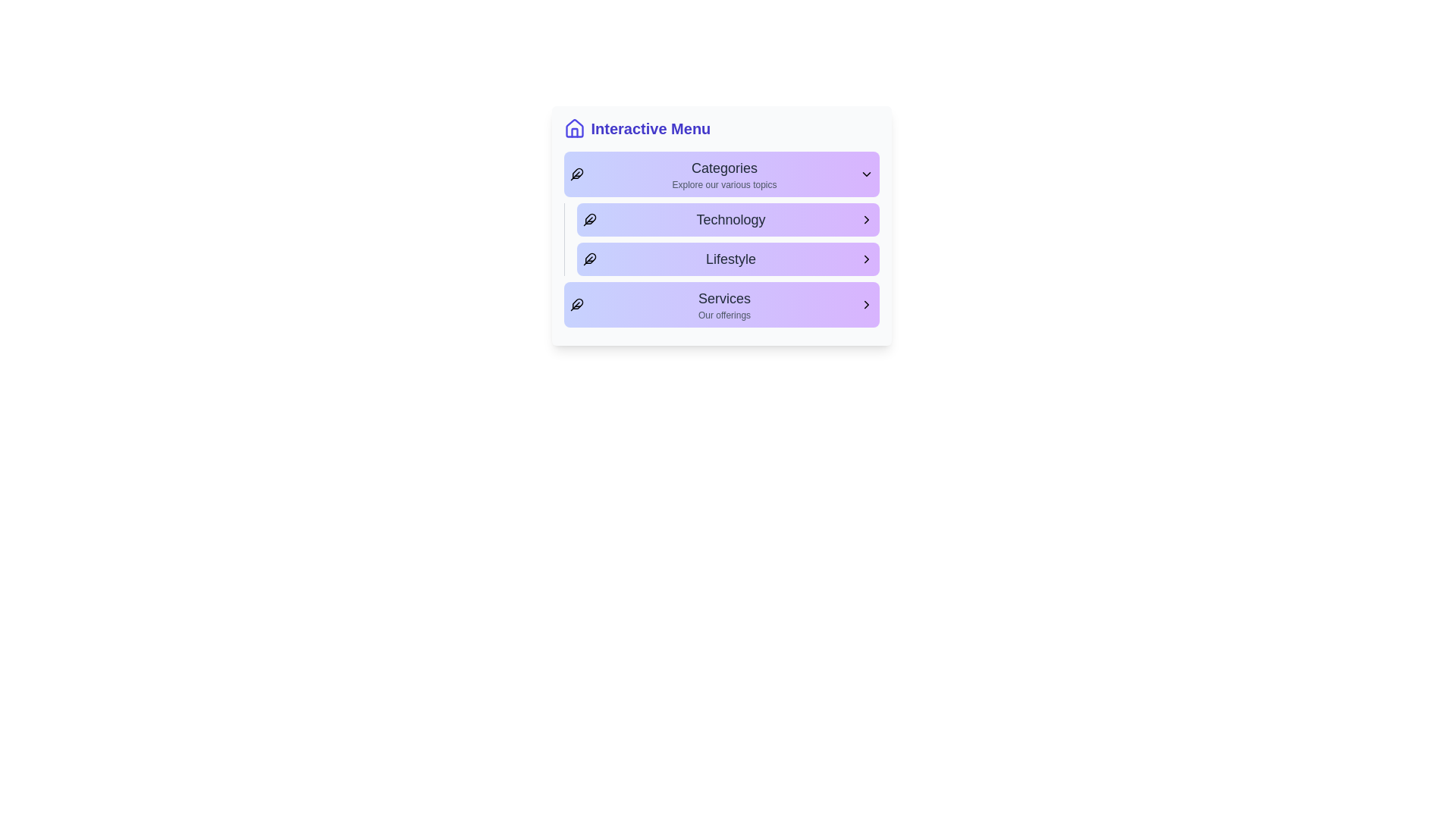  What do you see at coordinates (723, 304) in the screenshot?
I see `the 'Services' text label in the 'Interactive Menu', which is located below the 'Lifestyle' section and indicates the offerings area` at bounding box center [723, 304].